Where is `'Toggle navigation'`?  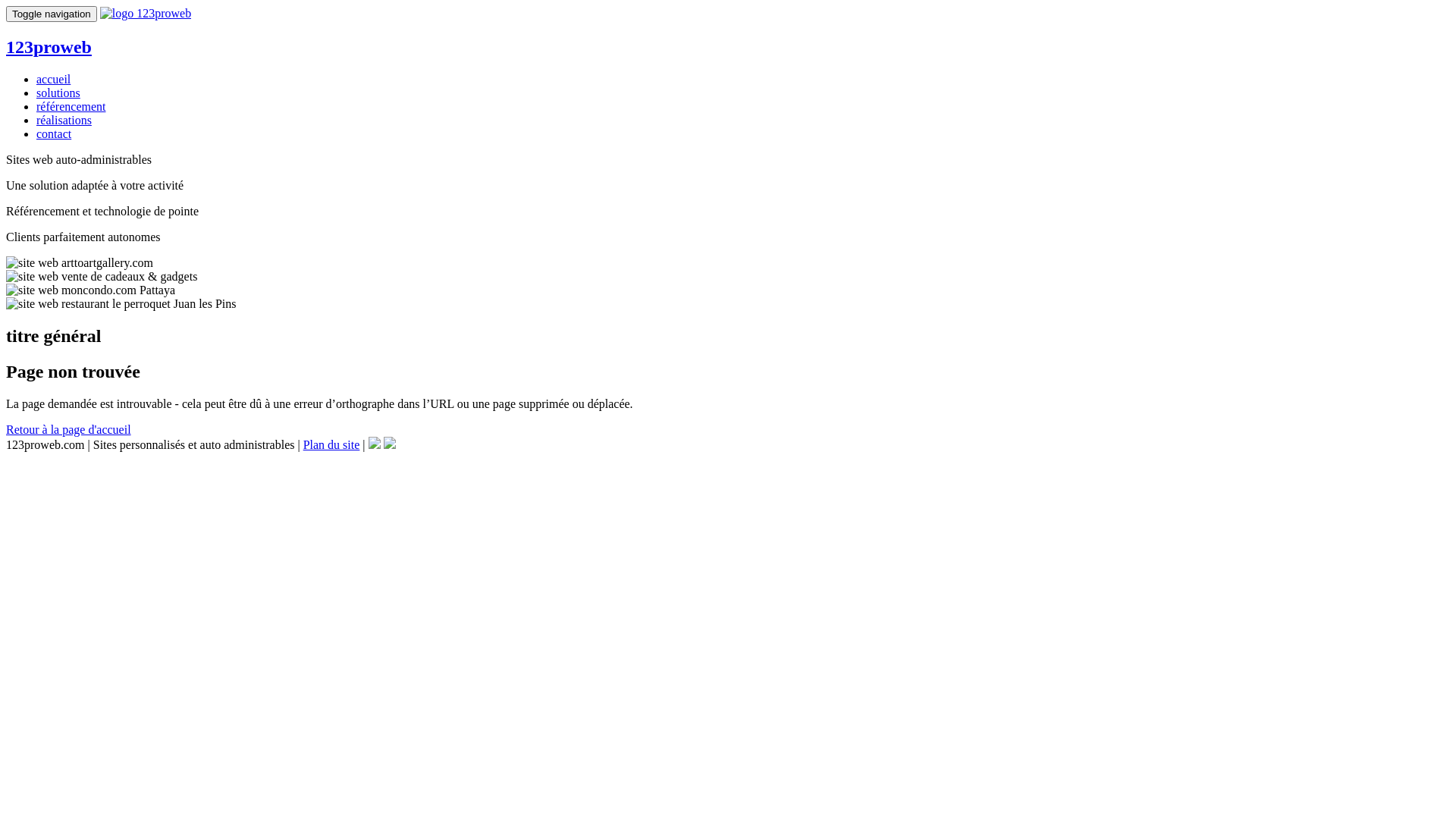 'Toggle navigation' is located at coordinates (51, 14).